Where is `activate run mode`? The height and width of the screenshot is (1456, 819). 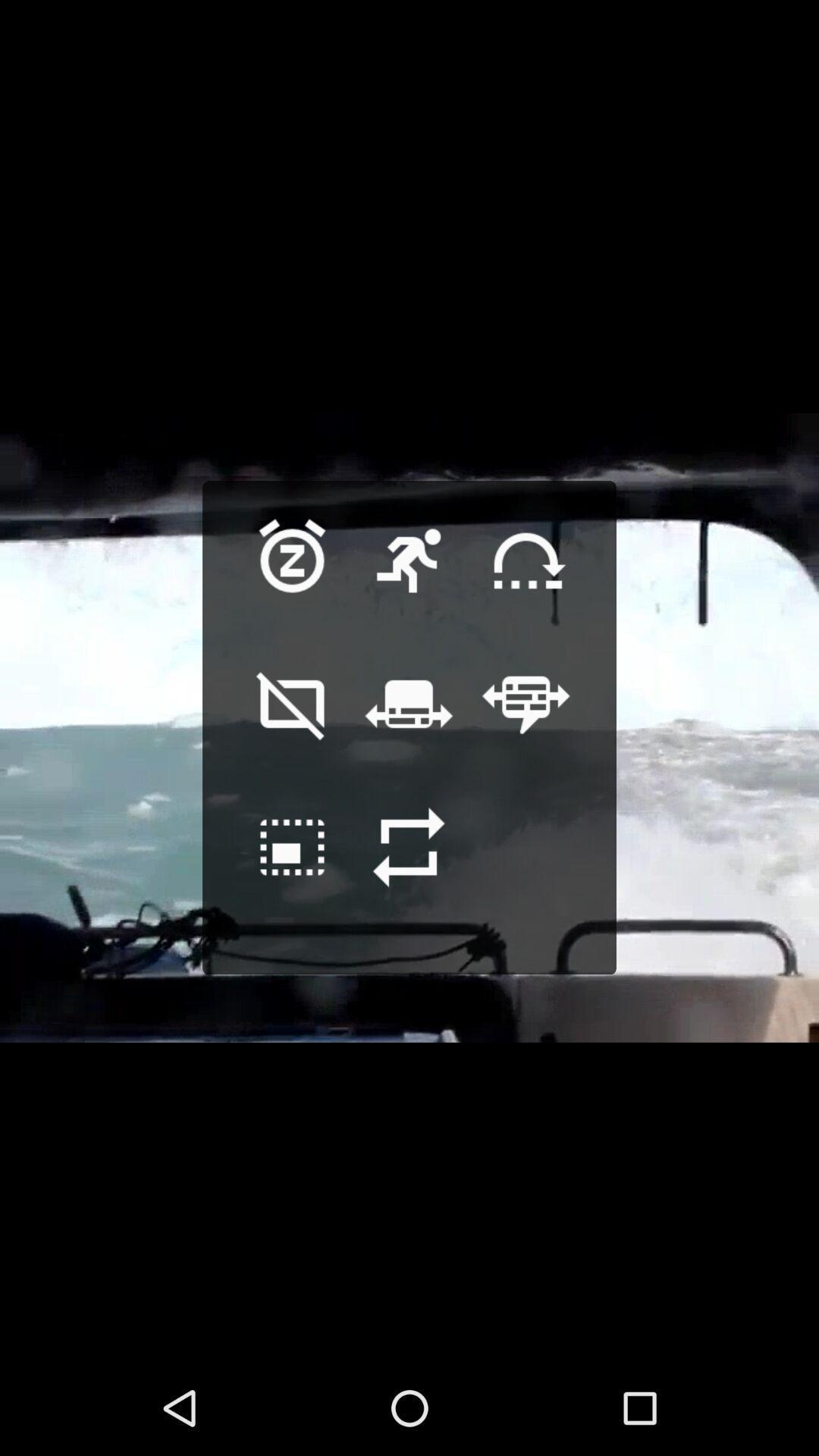
activate run mode is located at coordinates (408, 584).